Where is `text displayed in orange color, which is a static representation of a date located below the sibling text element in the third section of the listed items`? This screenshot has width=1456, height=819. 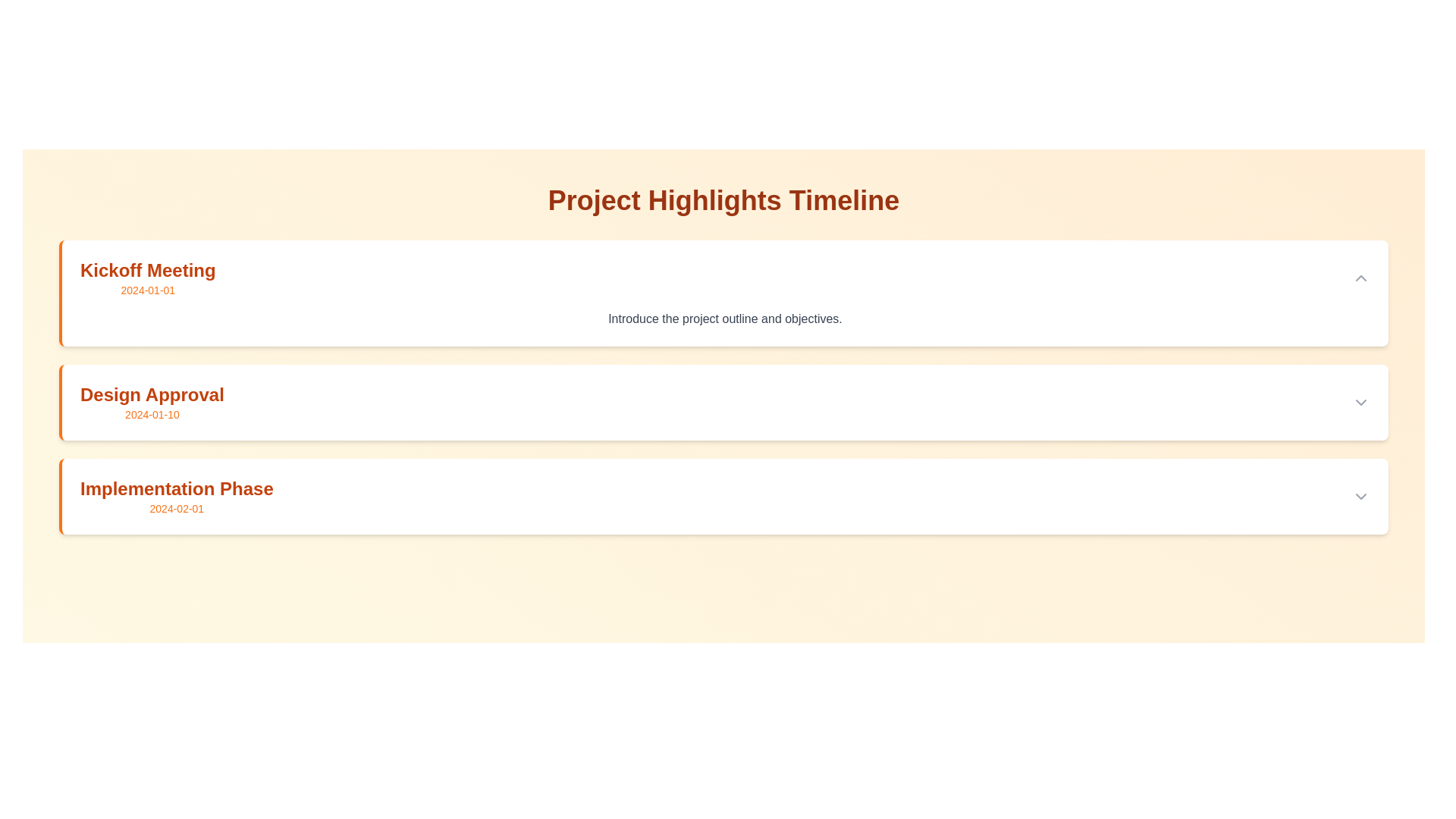
text displayed in orange color, which is a static representation of a date located below the sibling text element in the third section of the listed items is located at coordinates (177, 509).